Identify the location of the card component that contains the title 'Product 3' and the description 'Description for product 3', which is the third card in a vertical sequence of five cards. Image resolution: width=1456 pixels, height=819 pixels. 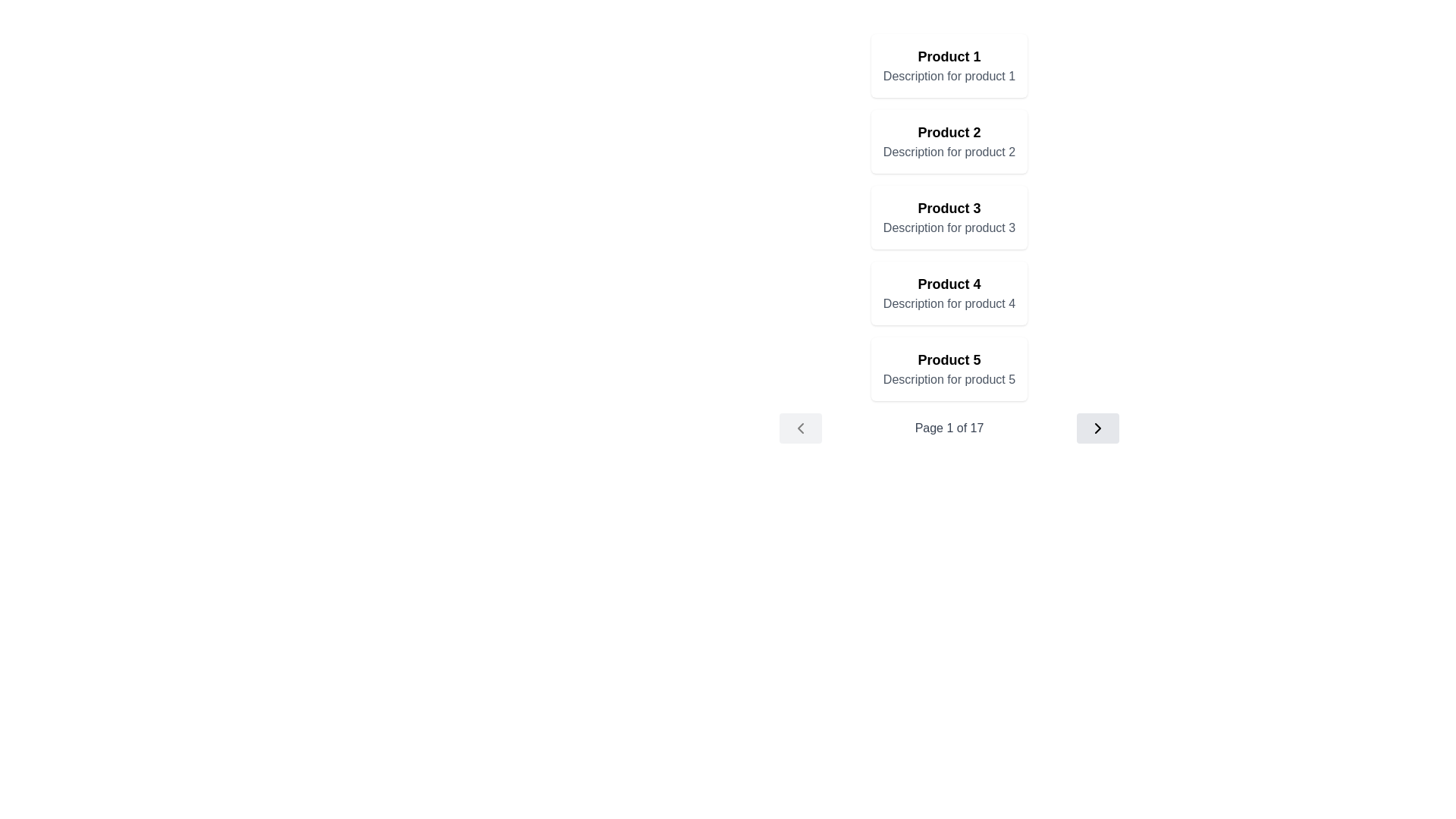
(949, 217).